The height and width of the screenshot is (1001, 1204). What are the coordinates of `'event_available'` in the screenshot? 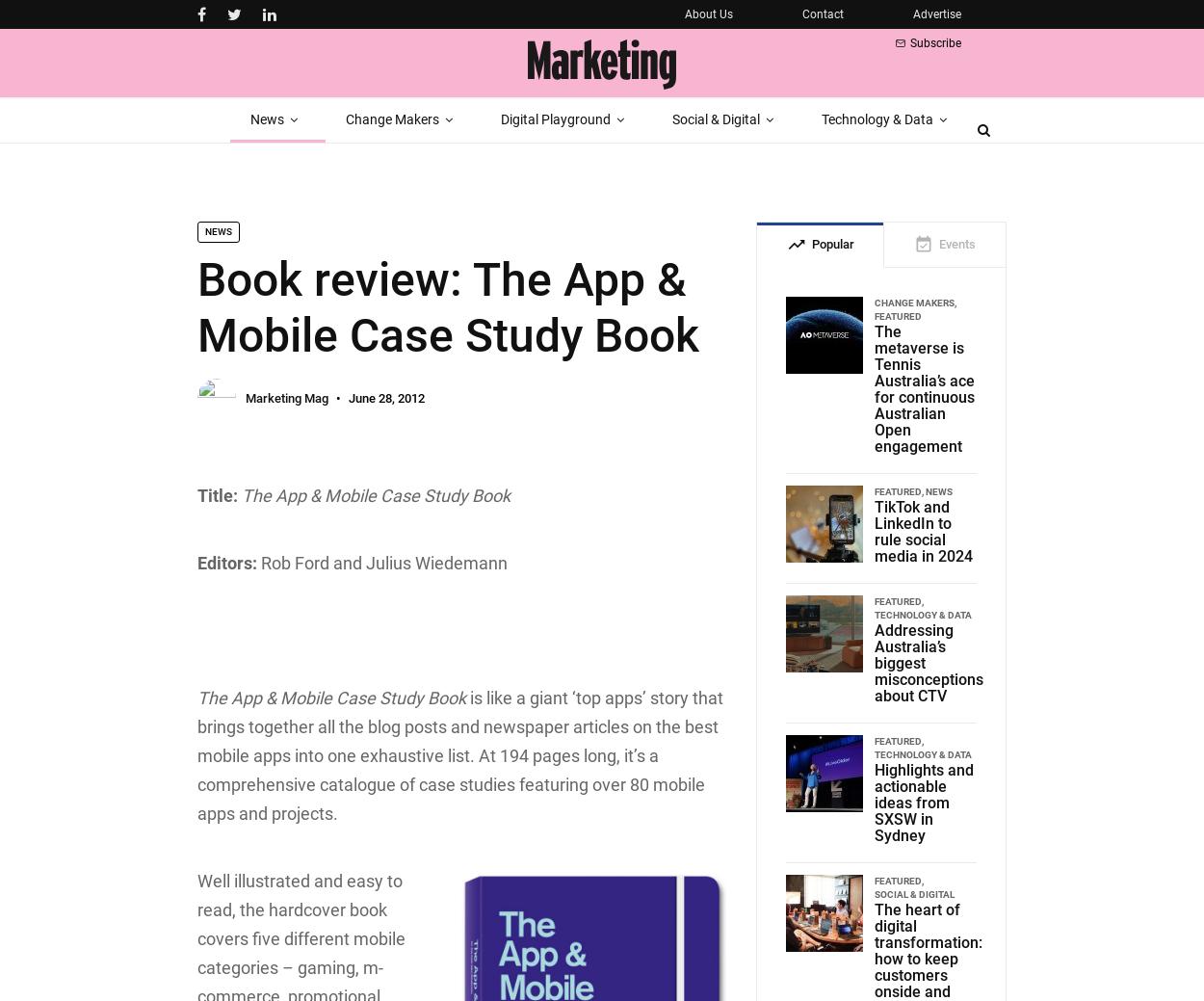 It's located at (913, 245).